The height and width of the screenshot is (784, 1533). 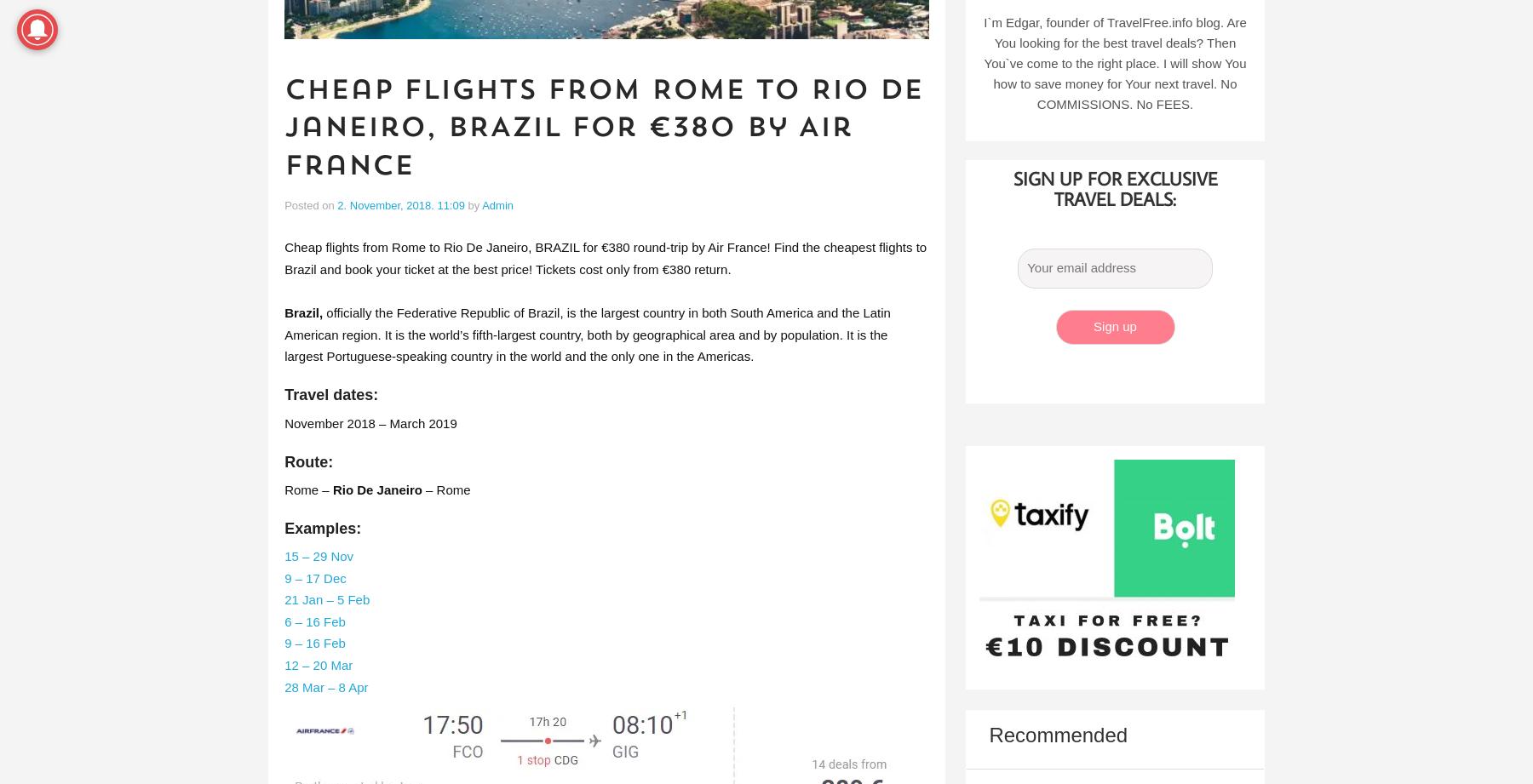 I want to click on '21 Jan – 5 Feb', so click(x=326, y=599).